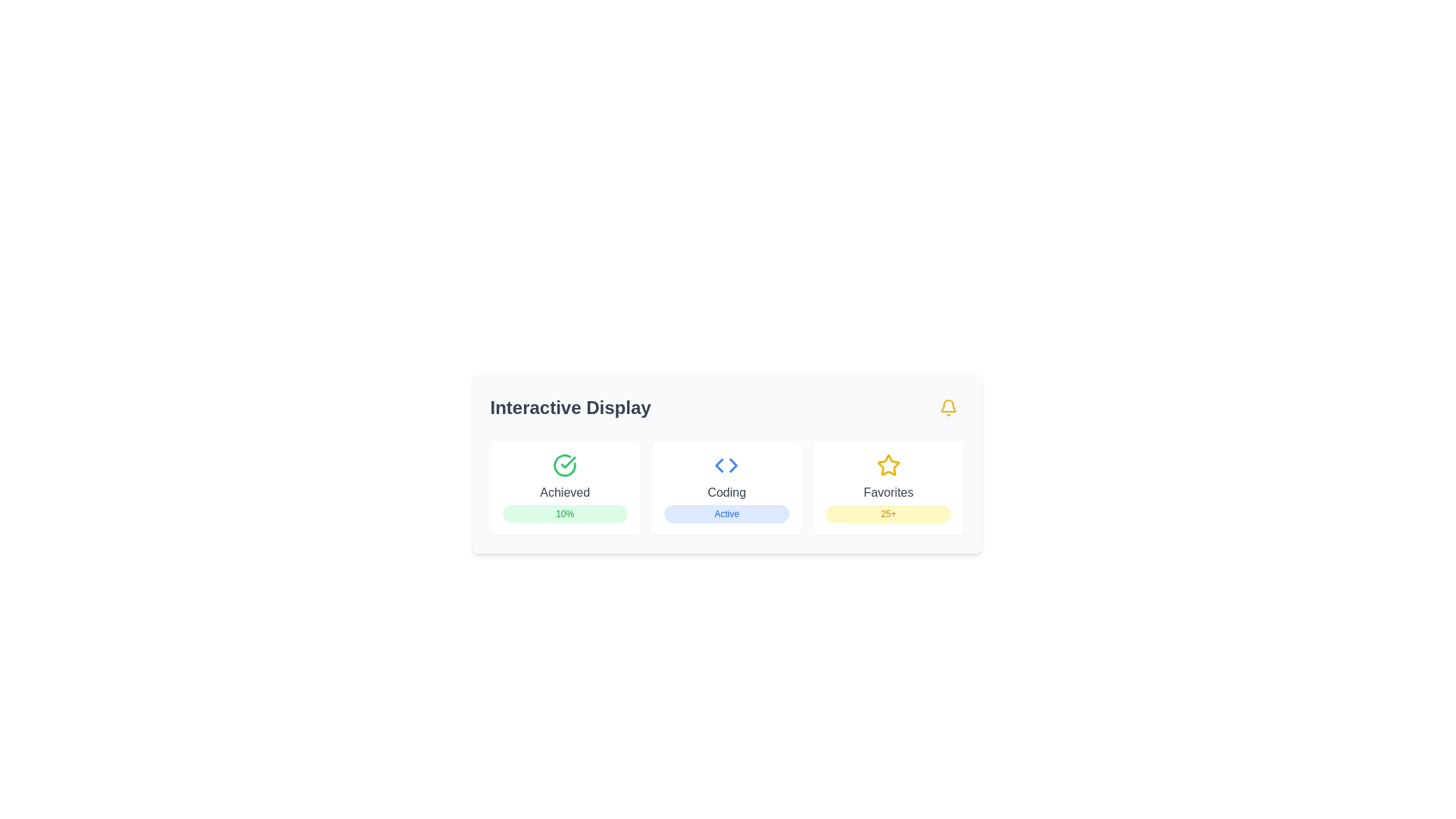  Describe the element at coordinates (888, 513) in the screenshot. I see `the displayed number on the 'Favorites' badge, located at the bottom center of the 'Favorites' card under the text label 'Favorites' and aligned below a star icon` at that location.